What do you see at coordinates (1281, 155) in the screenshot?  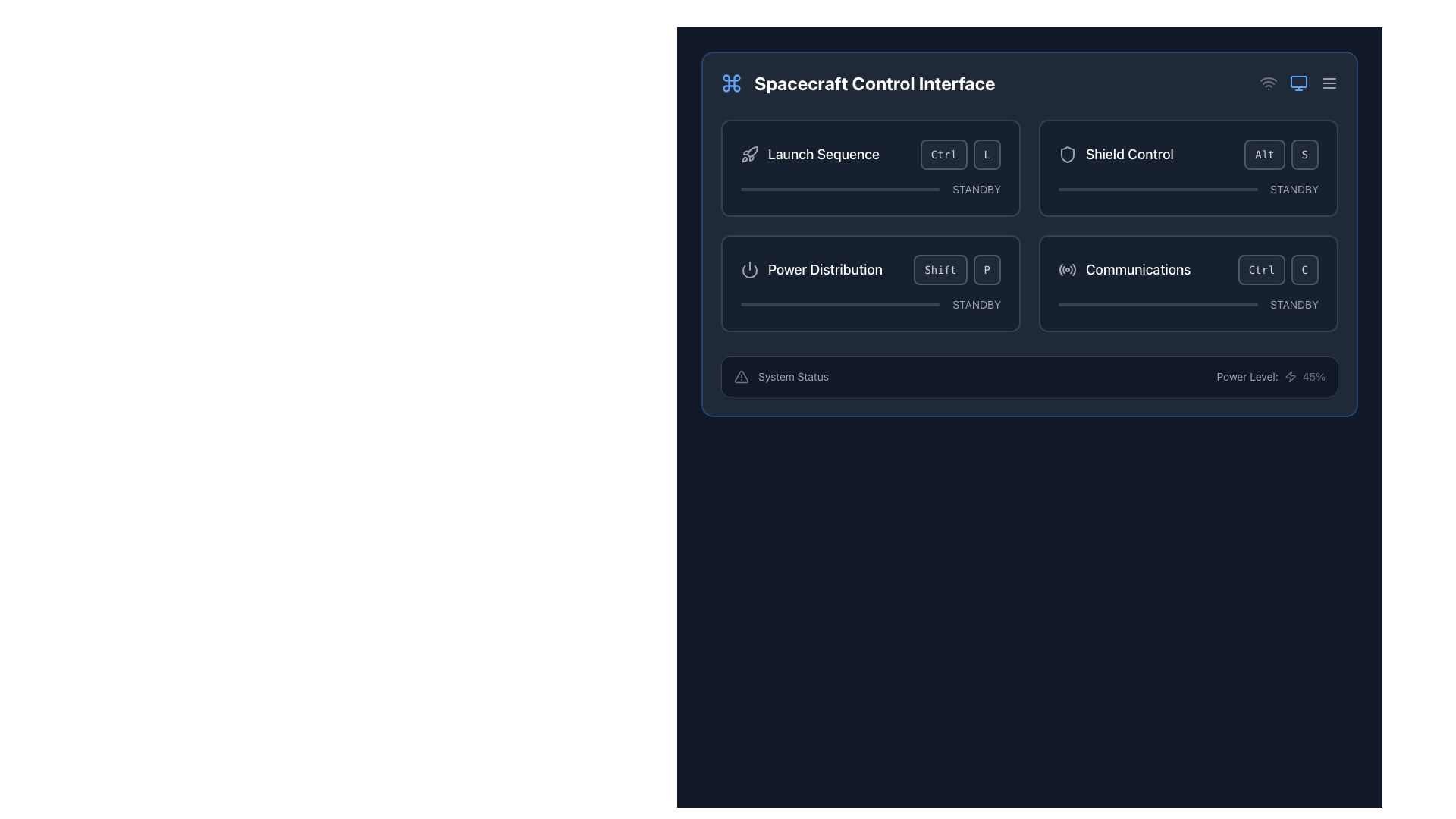 I see `the Keyboard shortcut display consisting of the 'Alt' and 'S' buttons, located in the upper-right quadrant of the interface inside the 'Shield Control' panel` at bounding box center [1281, 155].